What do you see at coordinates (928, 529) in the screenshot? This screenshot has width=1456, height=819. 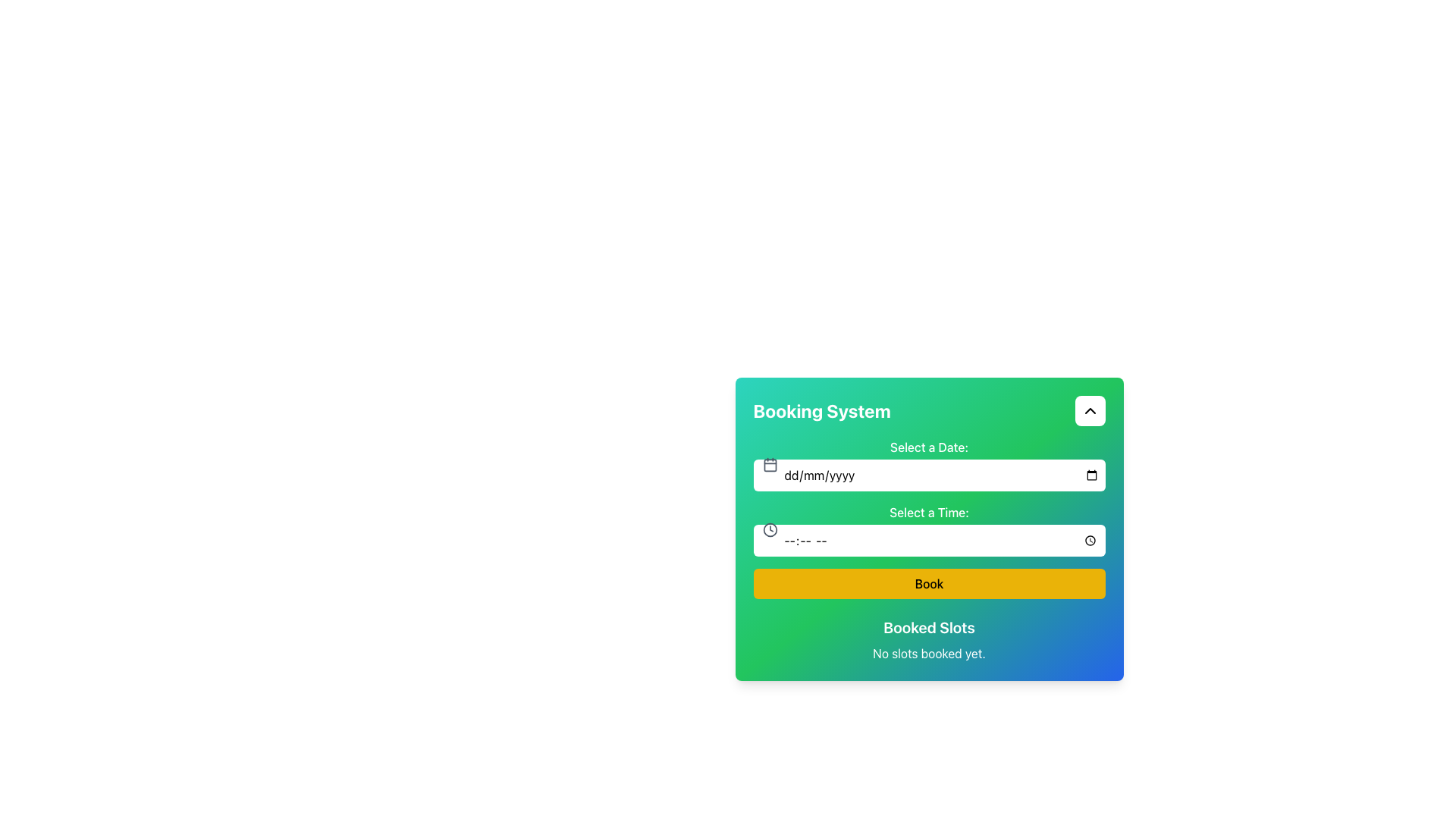 I see `a time from the dropdown in the time-selection input field labeled 'Select a Time:' located below the 'Select a Date:' input field in the Booking System interface` at bounding box center [928, 529].